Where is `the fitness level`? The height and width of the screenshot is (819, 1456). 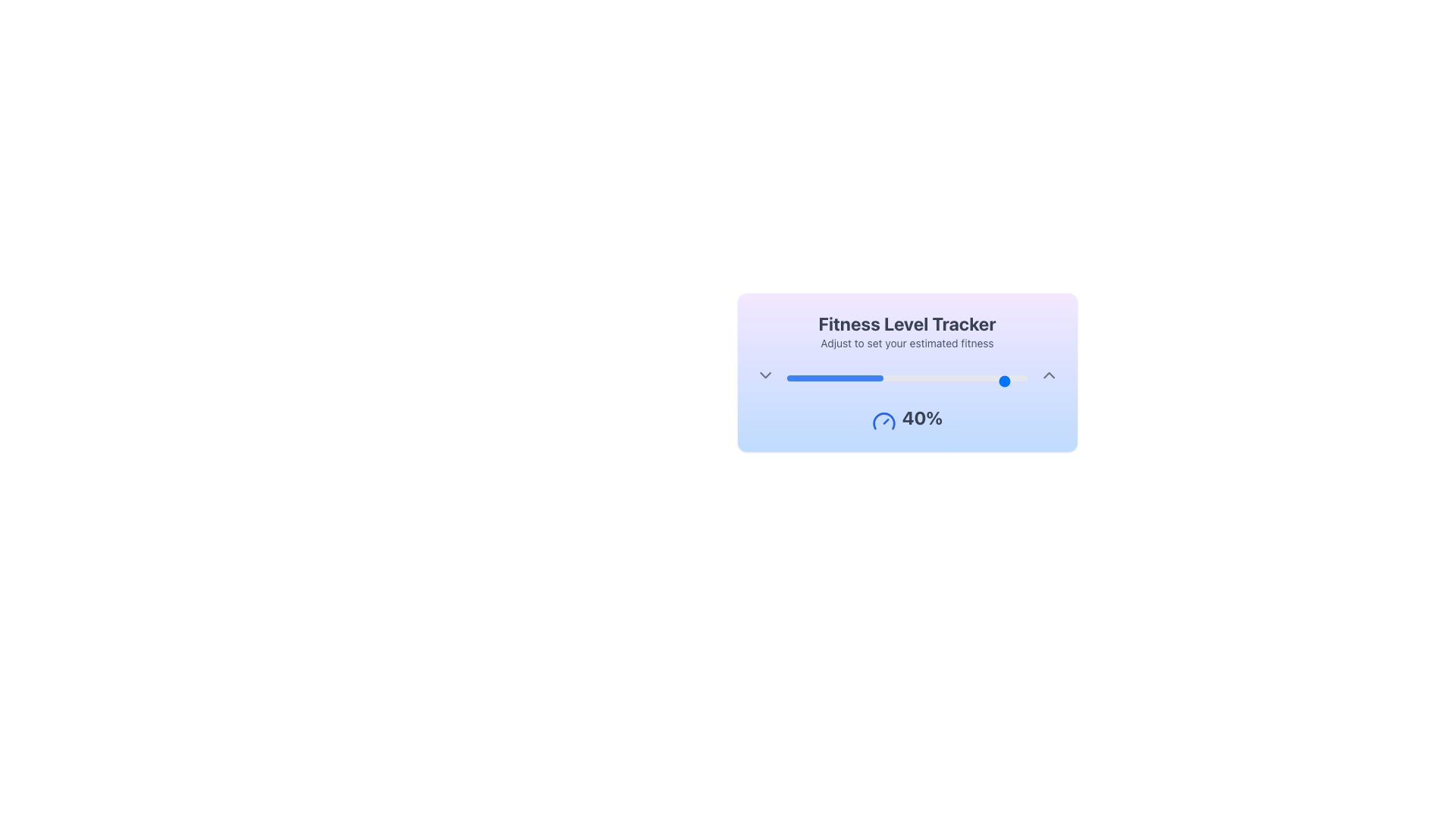 the fitness level is located at coordinates (989, 377).